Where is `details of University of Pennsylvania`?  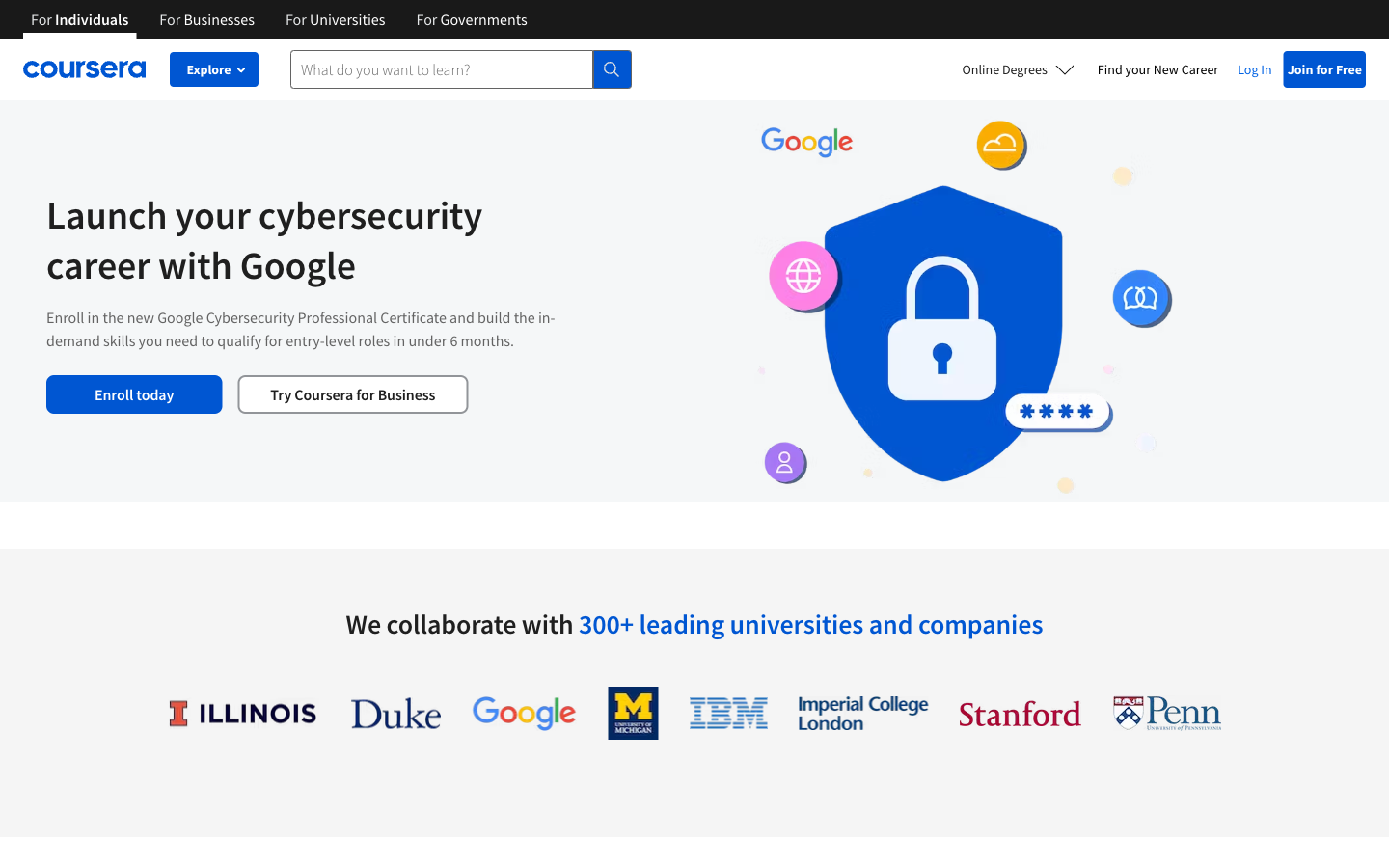 details of University of Pennsylvania is located at coordinates (1166, 712).